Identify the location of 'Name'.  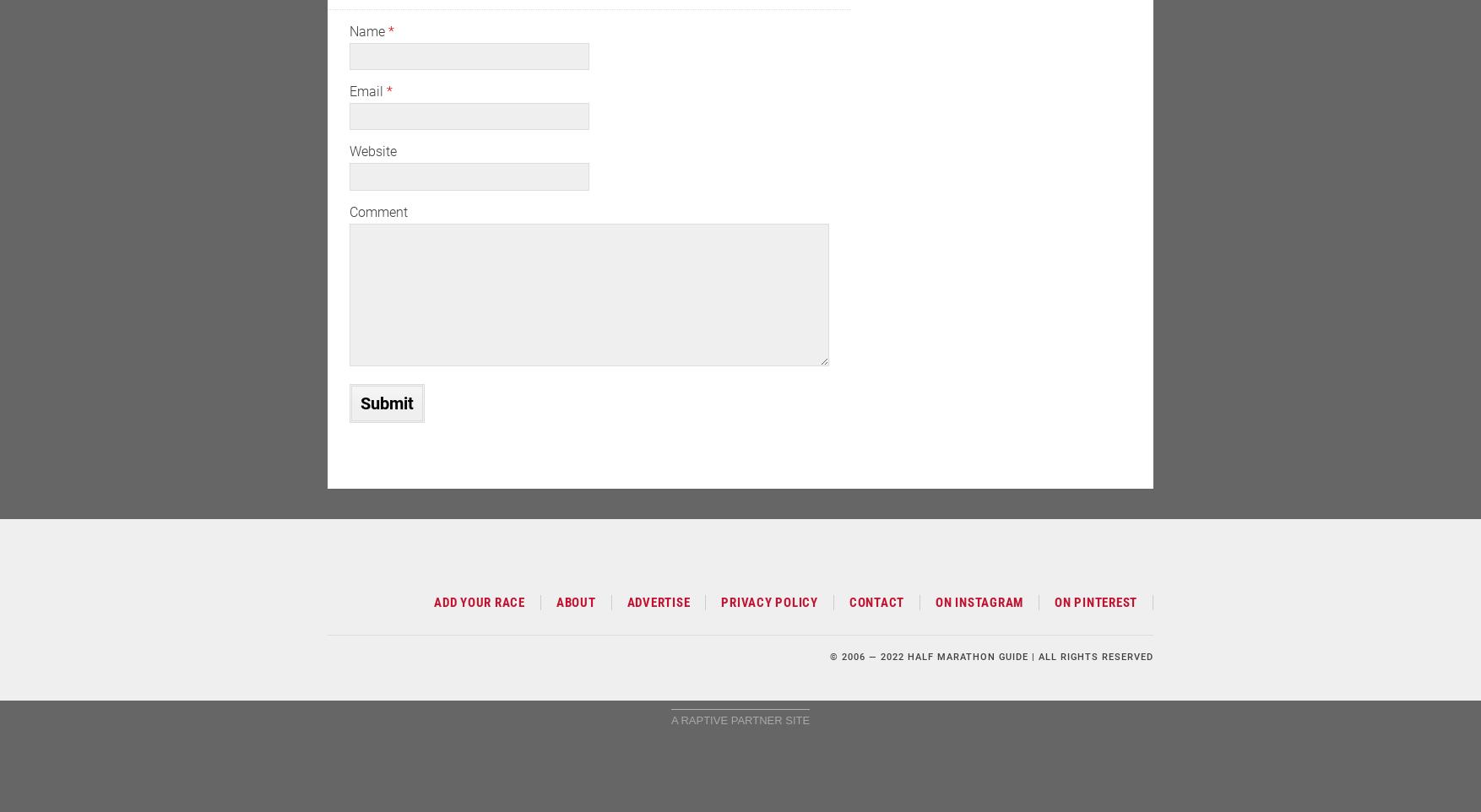
(368, 30).